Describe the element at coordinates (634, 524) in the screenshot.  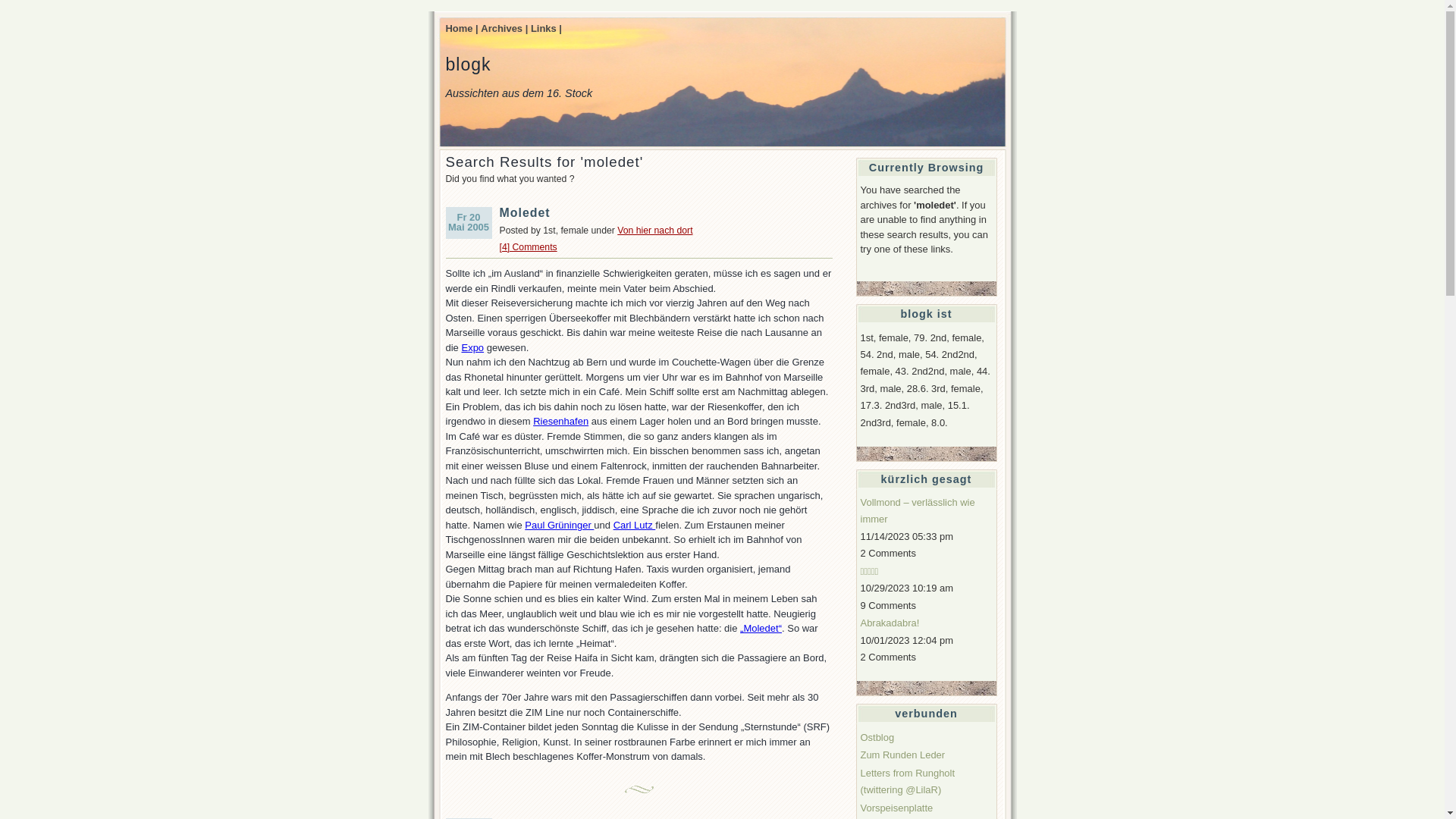
I see `'Carl Lutz'` at that location.